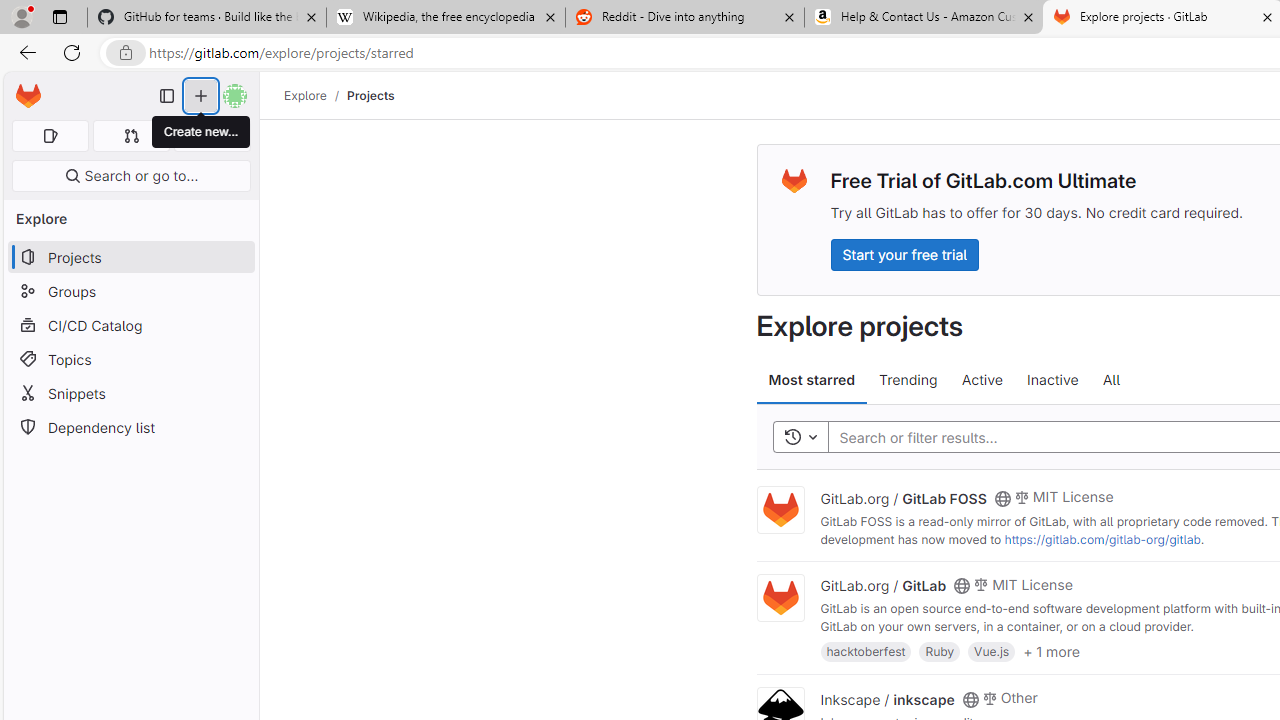 This screenshot has height=720, width=1280. What do you see at coordinates (907, 380) in the screenshot?
I see `'Trending'` at bounding box center [907, 380].